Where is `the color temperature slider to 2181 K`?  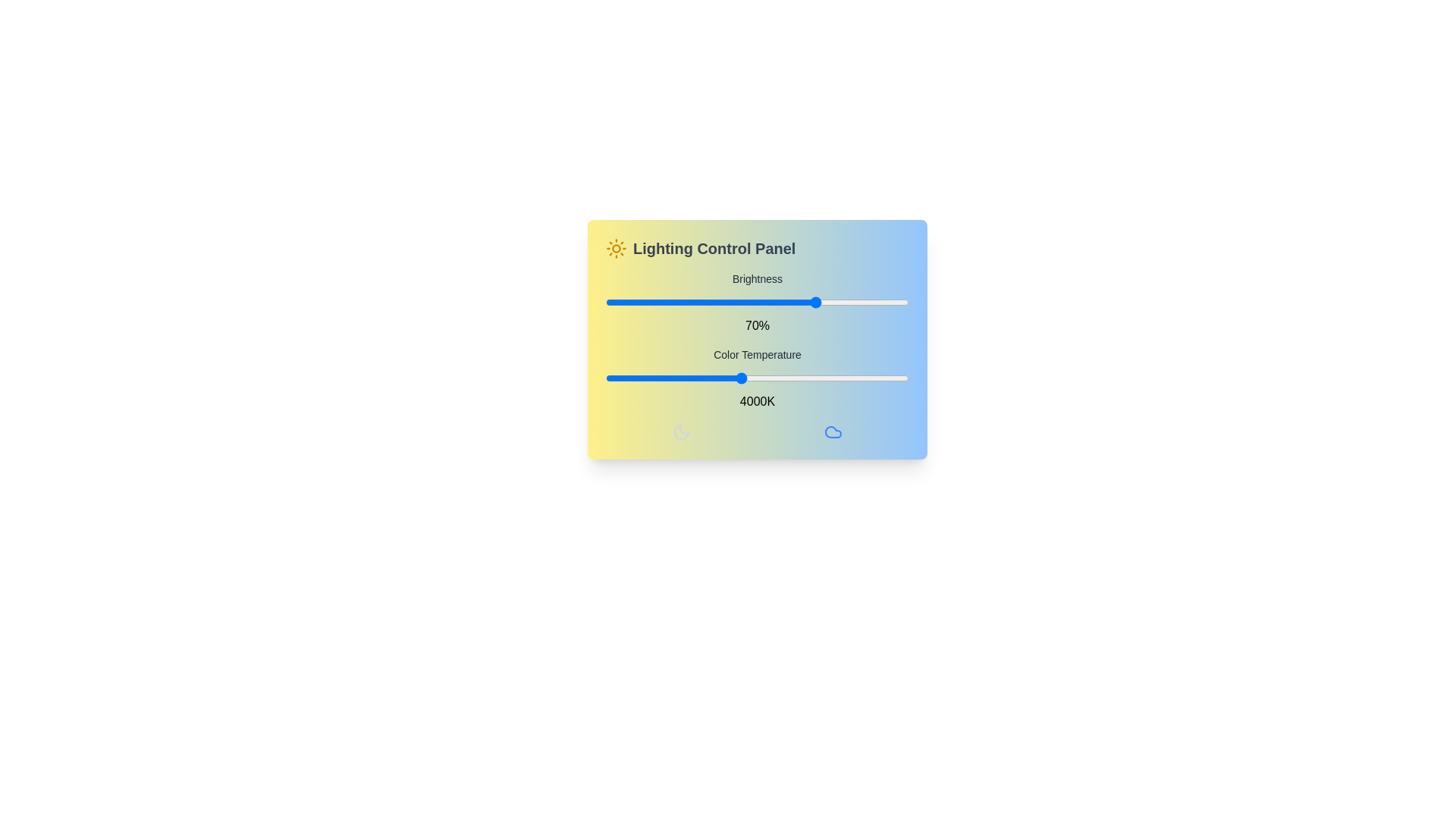
the color temperature slider to 2181 K is located at coordinates (618, 377).